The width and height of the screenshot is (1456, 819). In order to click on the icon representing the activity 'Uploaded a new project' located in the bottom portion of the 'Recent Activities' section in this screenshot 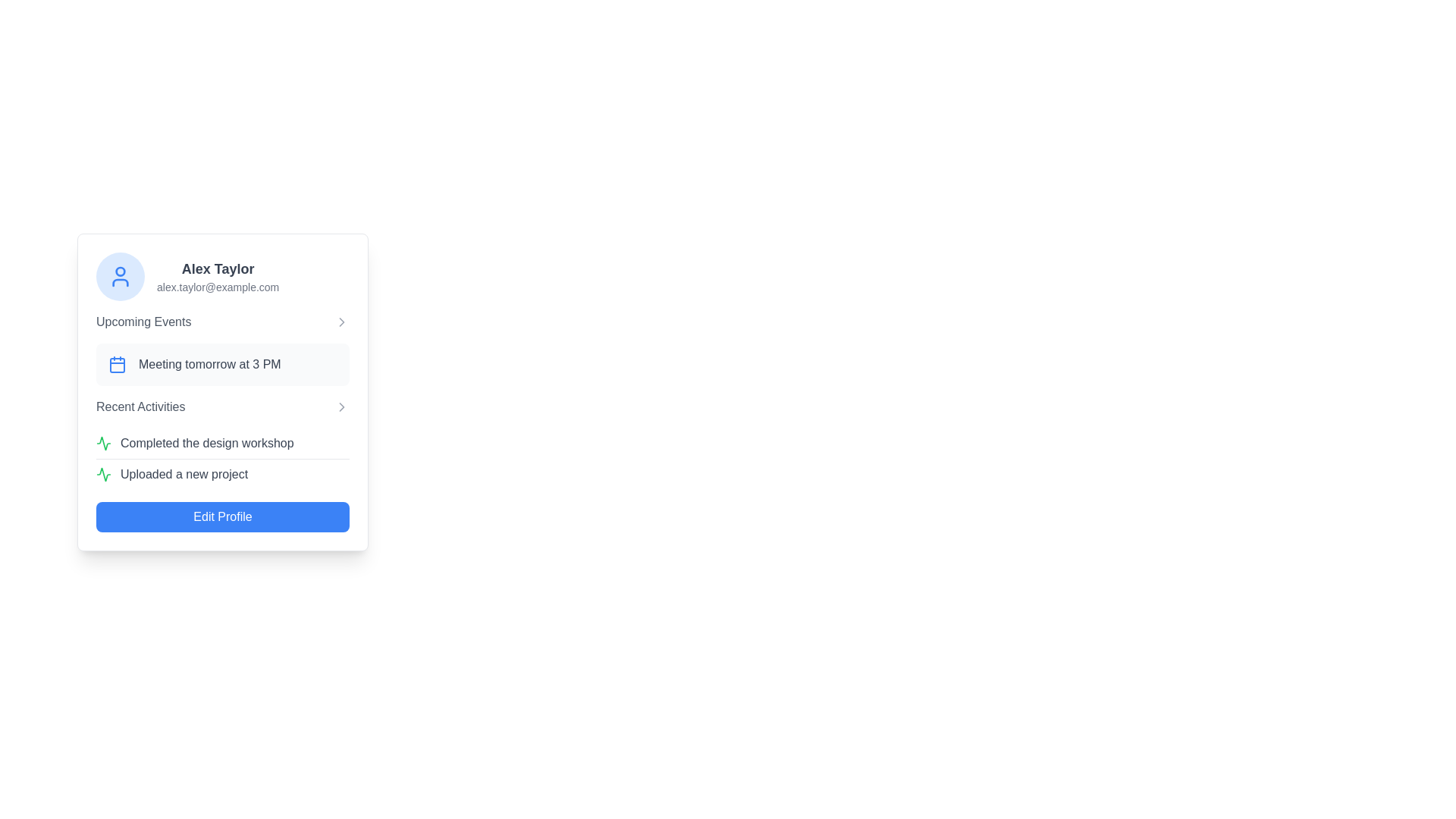, I will do `click(103, 444)`.